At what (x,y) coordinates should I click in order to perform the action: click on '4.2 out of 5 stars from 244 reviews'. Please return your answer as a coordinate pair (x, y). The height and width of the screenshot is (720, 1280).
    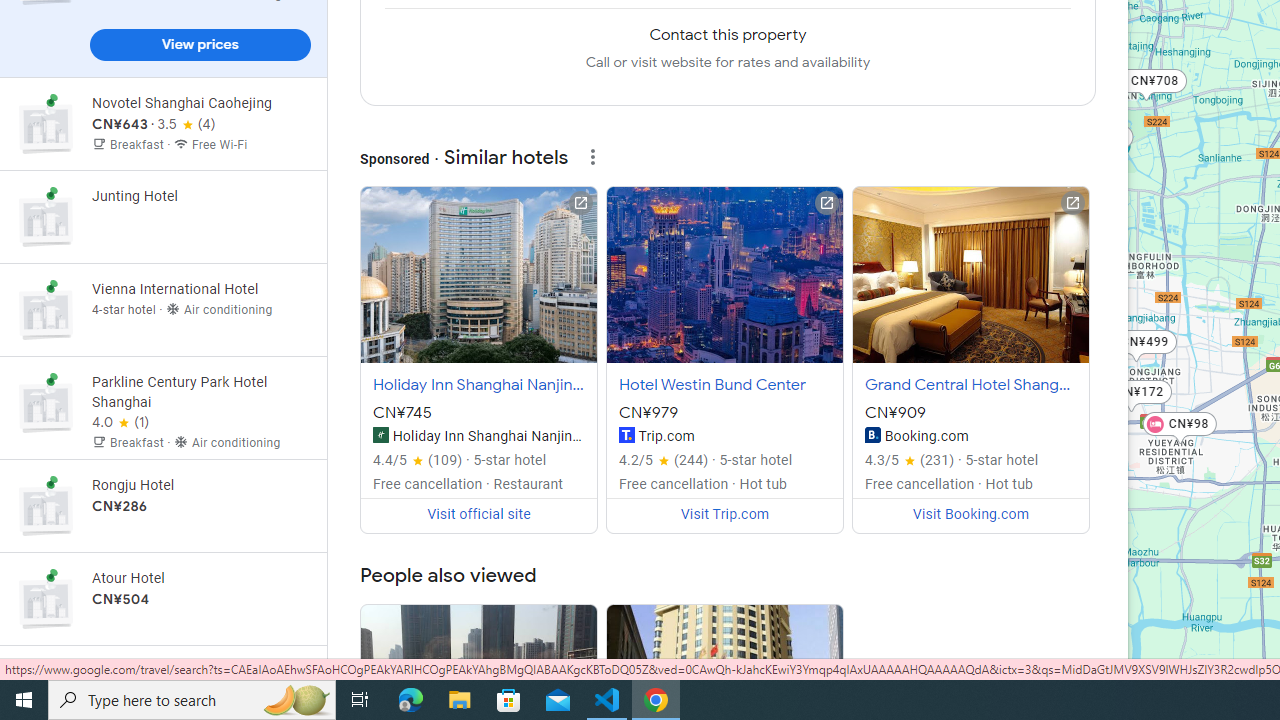
    Looking at the image, I should click on (664, 460).